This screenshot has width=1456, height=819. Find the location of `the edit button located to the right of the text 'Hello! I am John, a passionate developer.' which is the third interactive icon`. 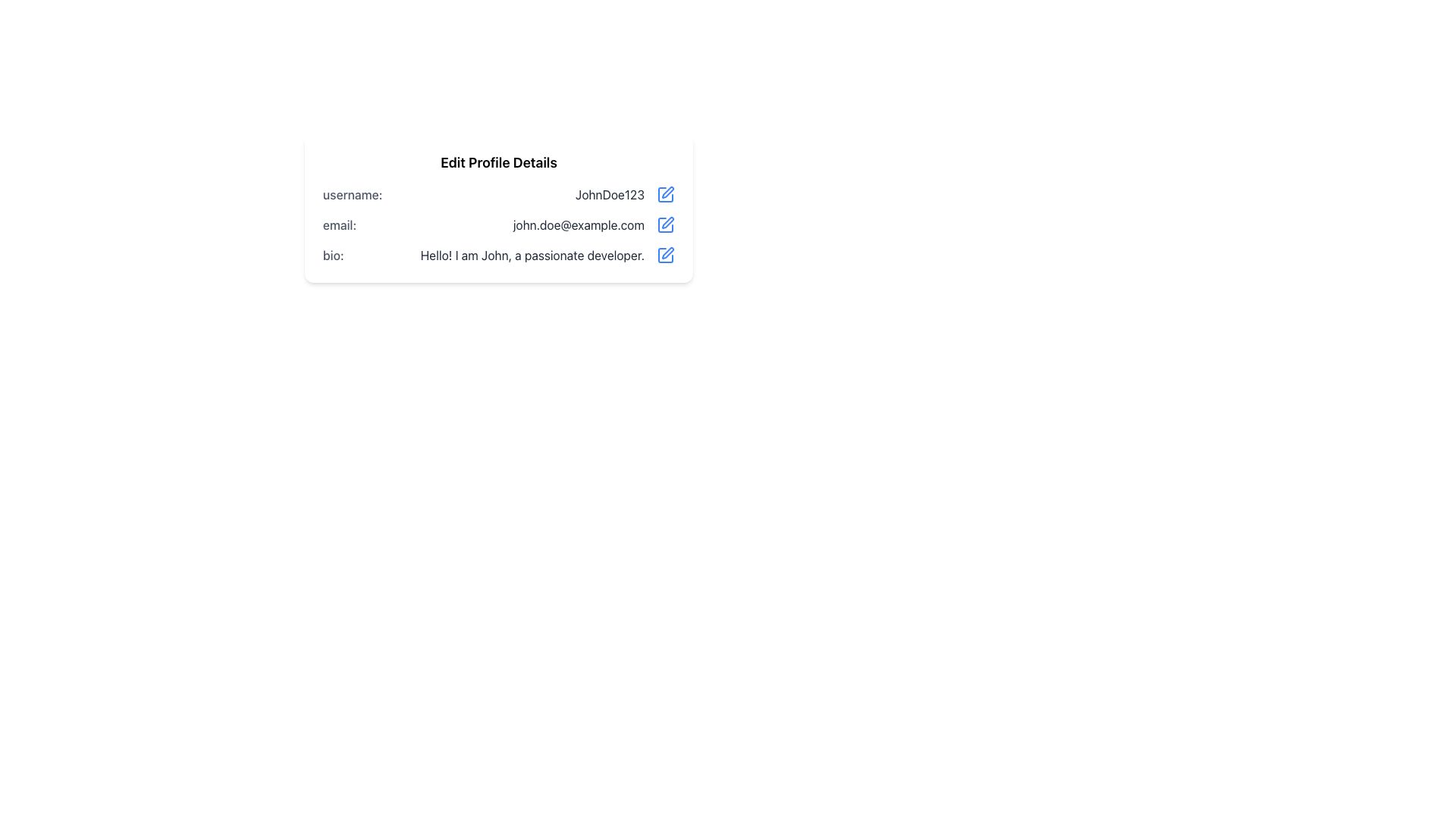

the edit button located to the right of the text 'Hello! I am John, a passionate developer.' which is the third interactive icon is located at coordinates (666, 254).